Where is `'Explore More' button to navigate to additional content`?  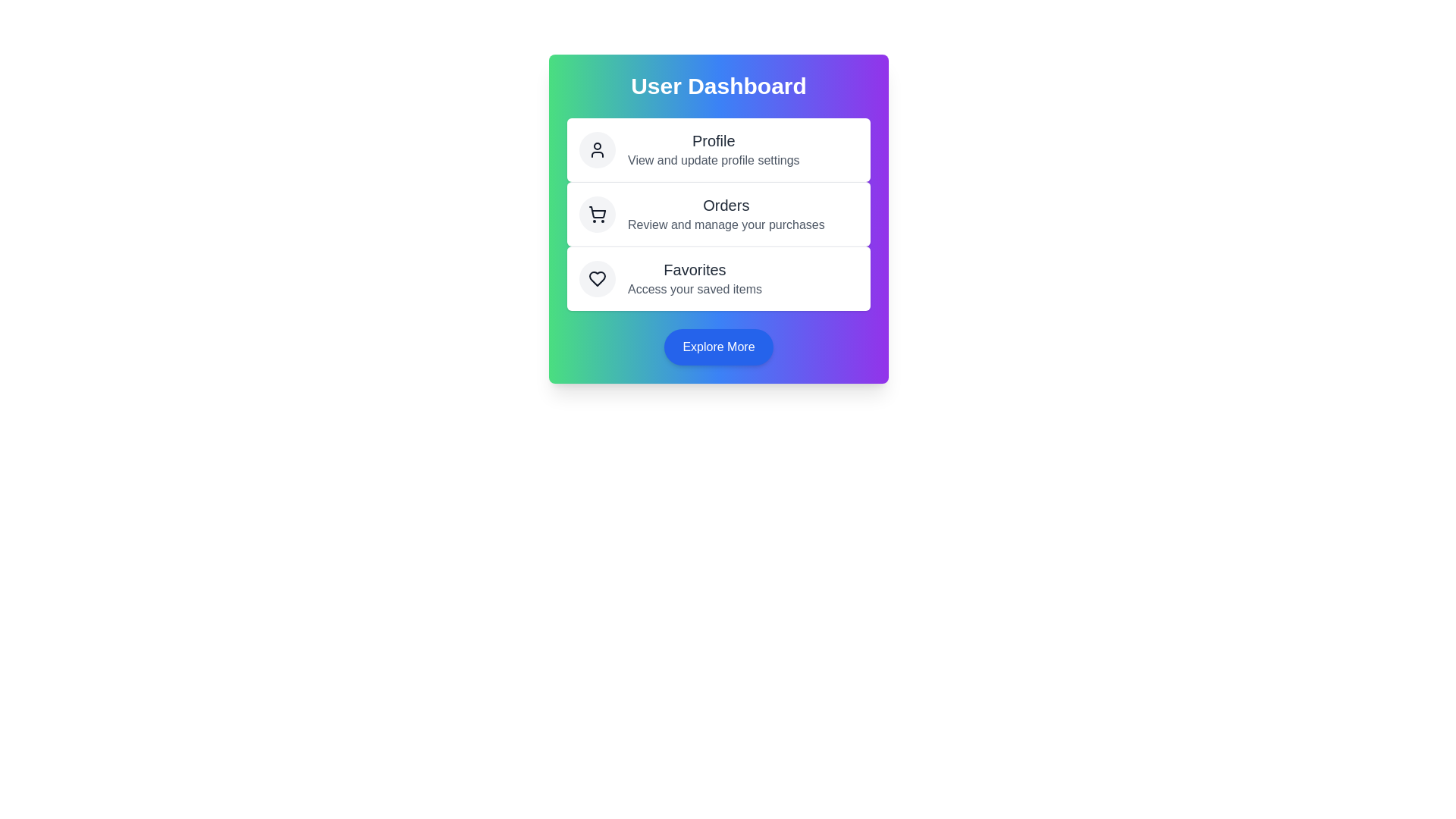 'Explore More' button to navigate to additional content is located at coordinates (718, 347).